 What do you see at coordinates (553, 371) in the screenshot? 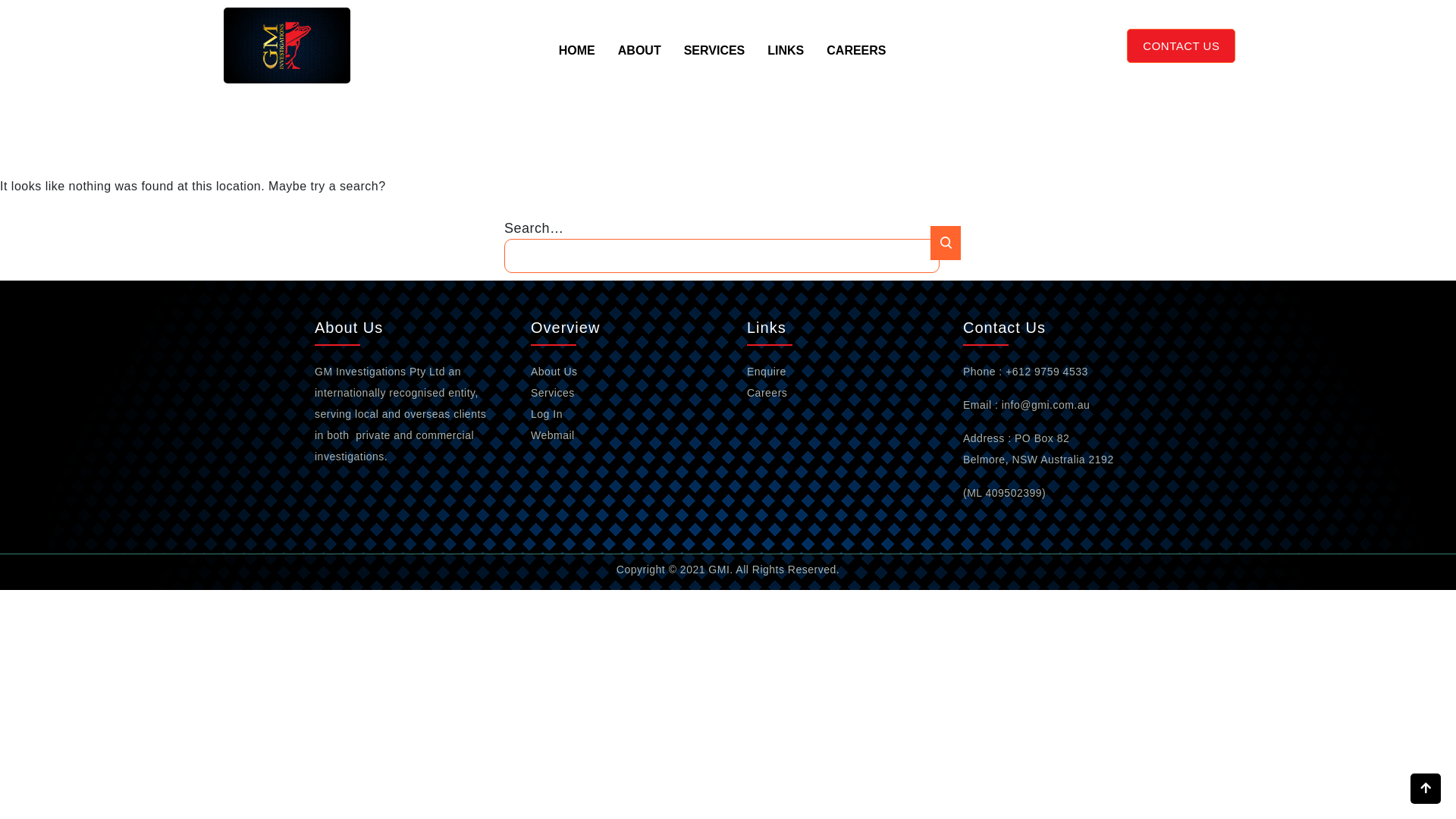
I see `'About Us'` at bounding box center [553, 371].